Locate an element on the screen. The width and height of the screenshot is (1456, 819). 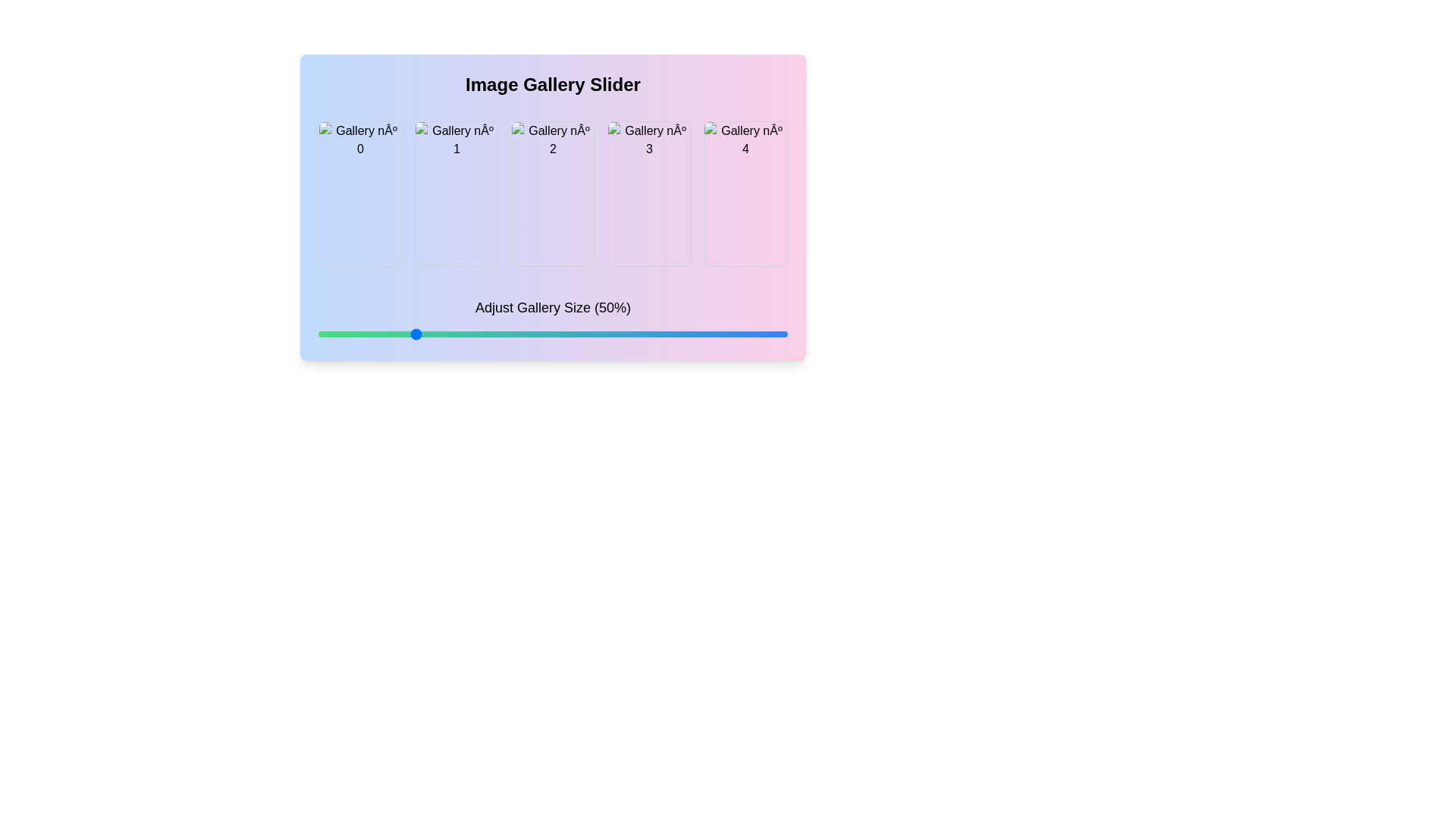
the gallery size slider to 139% is located at coordinates (746, 333).